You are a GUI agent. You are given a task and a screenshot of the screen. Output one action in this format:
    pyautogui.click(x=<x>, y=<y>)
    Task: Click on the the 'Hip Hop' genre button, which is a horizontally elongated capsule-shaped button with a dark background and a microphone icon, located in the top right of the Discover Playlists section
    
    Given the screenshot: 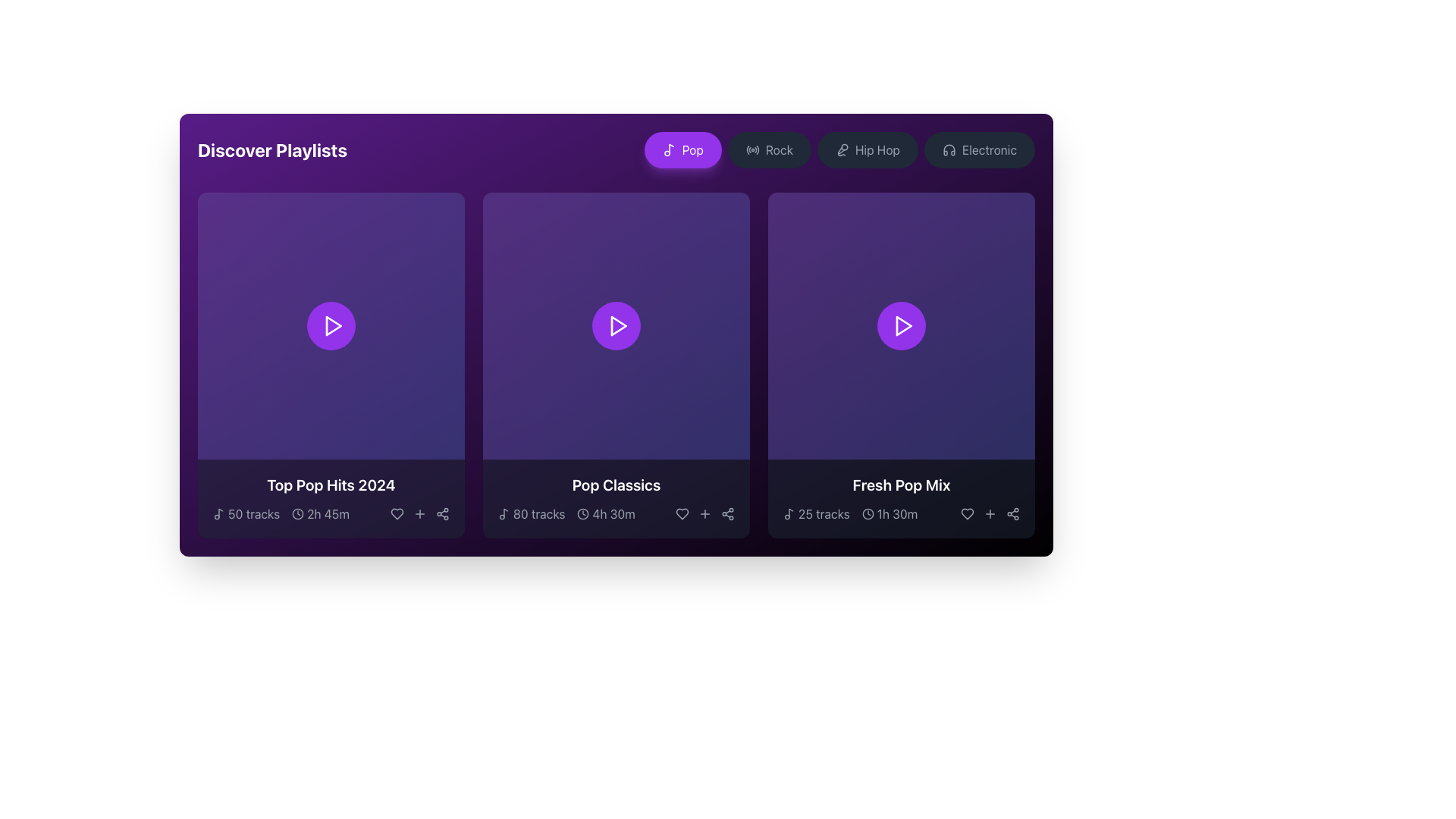 What is the action you would take?
    pyautogui.click(x=868, y=149)
    